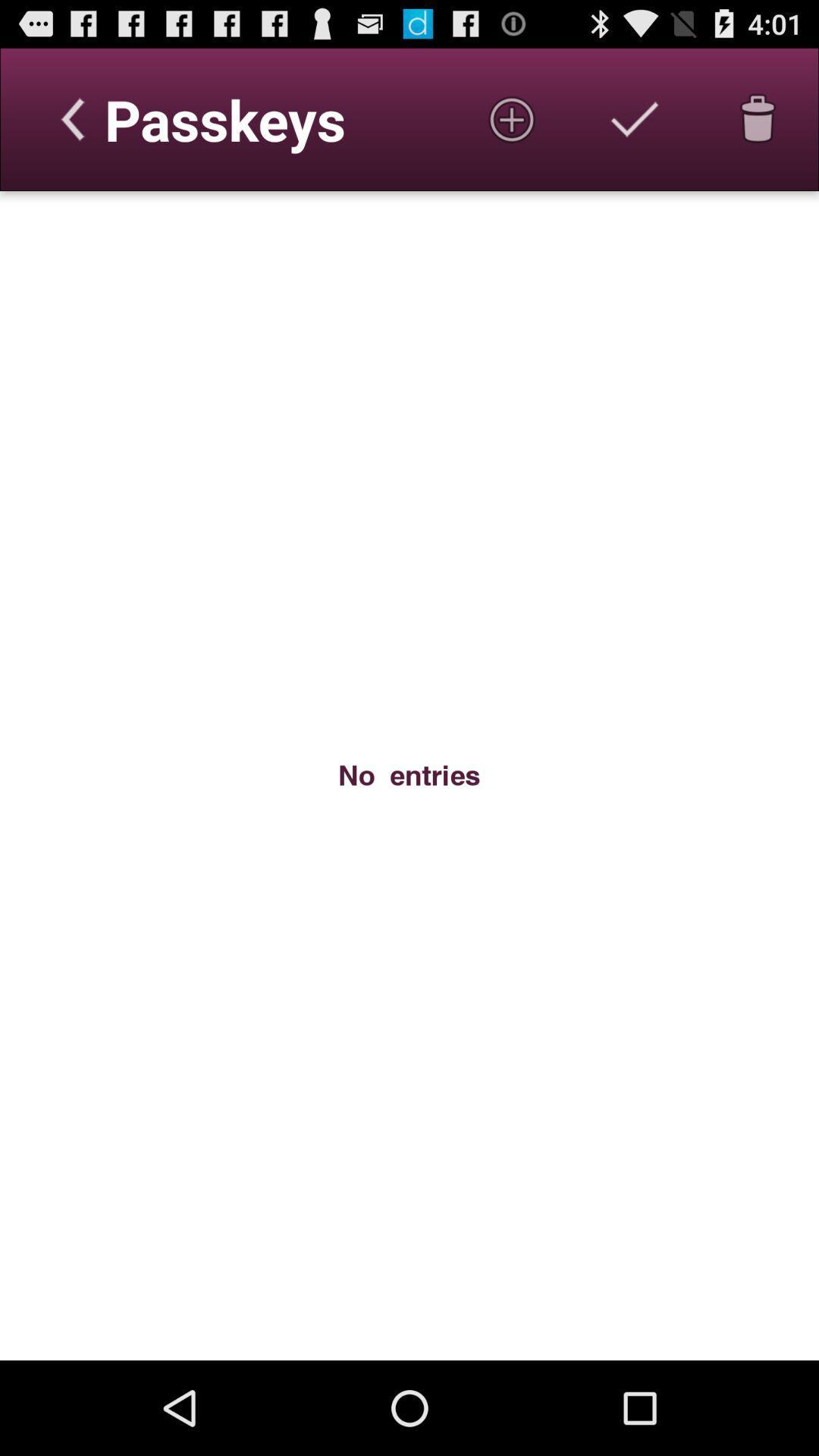 Image resolution: width=819 pixels, height=1456 pixels. I want to click on passkey, so click(512, 118).